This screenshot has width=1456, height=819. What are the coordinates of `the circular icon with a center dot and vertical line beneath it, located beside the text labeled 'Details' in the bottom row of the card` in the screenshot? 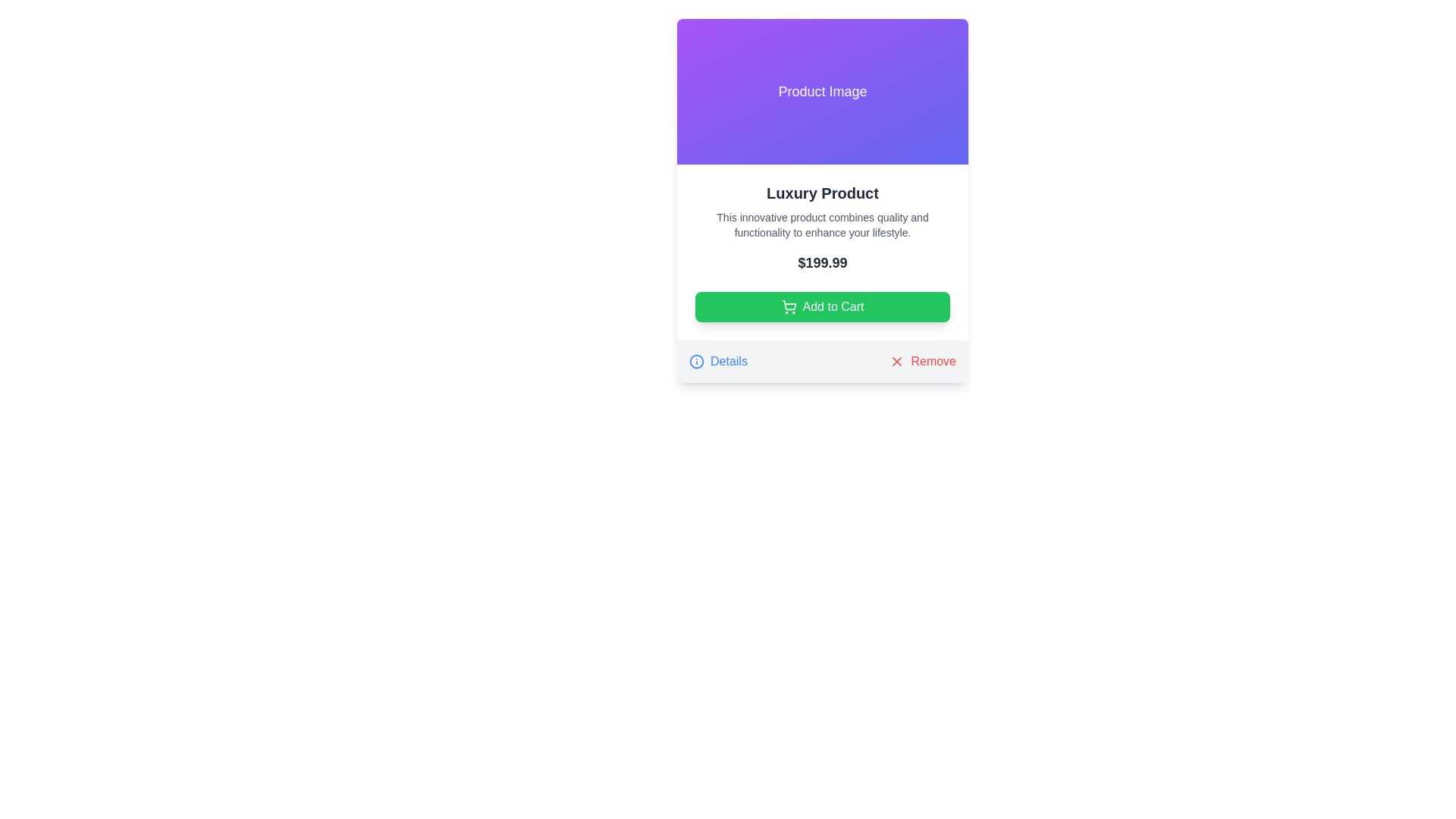 It's located at (695, 362).